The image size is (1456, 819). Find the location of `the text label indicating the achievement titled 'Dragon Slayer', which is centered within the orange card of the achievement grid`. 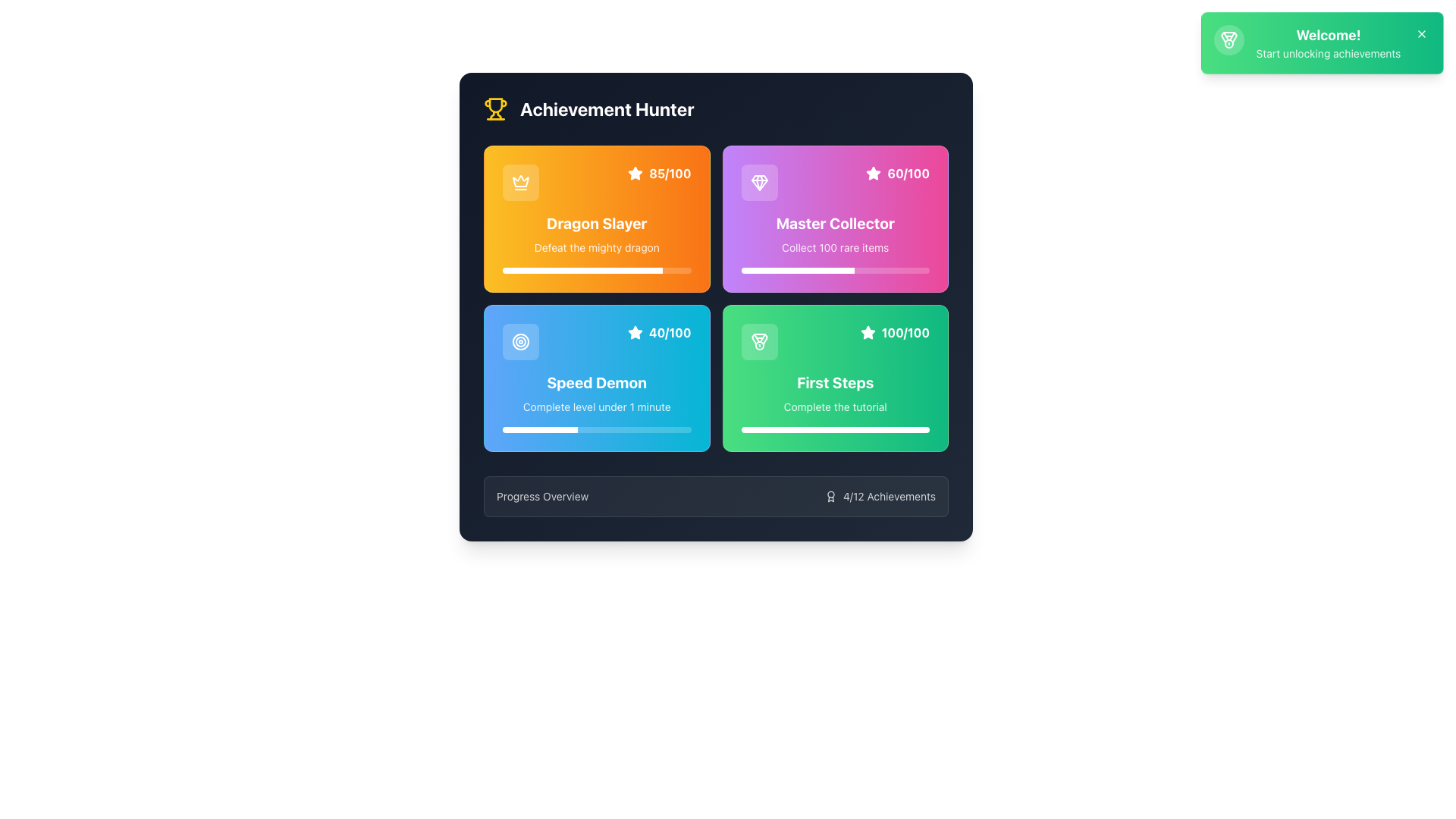

the text label indicating the achievement titled 'Dragon Slayer', which is centered within the orange card of the achievement grid is located at coordinates (596, 223).